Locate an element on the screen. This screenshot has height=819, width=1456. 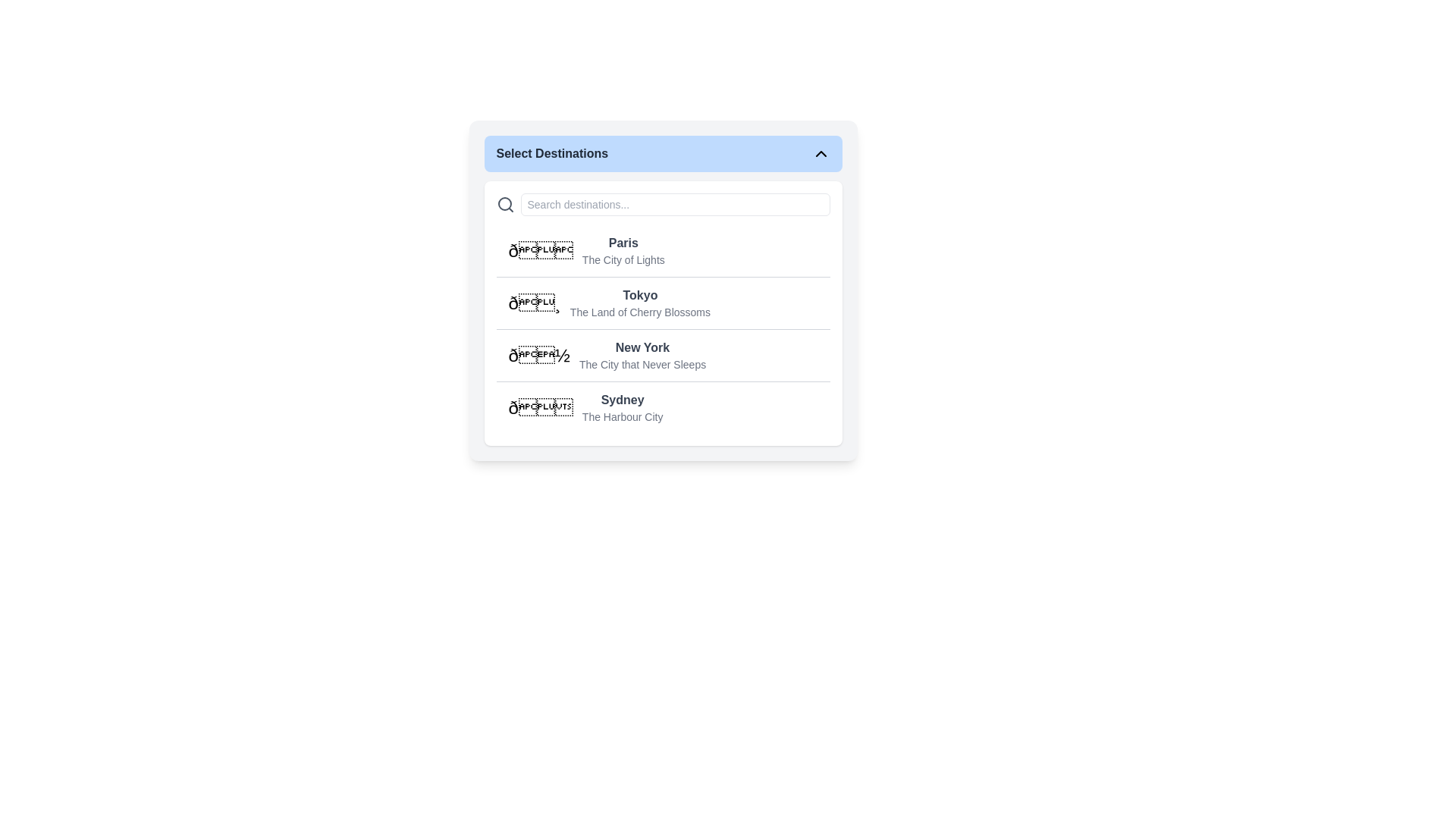
the list item containing the bolded text 'Tokyo' and the smaller text 'The Land of Cherry Blossoms' is located at coordinates (663, 303).